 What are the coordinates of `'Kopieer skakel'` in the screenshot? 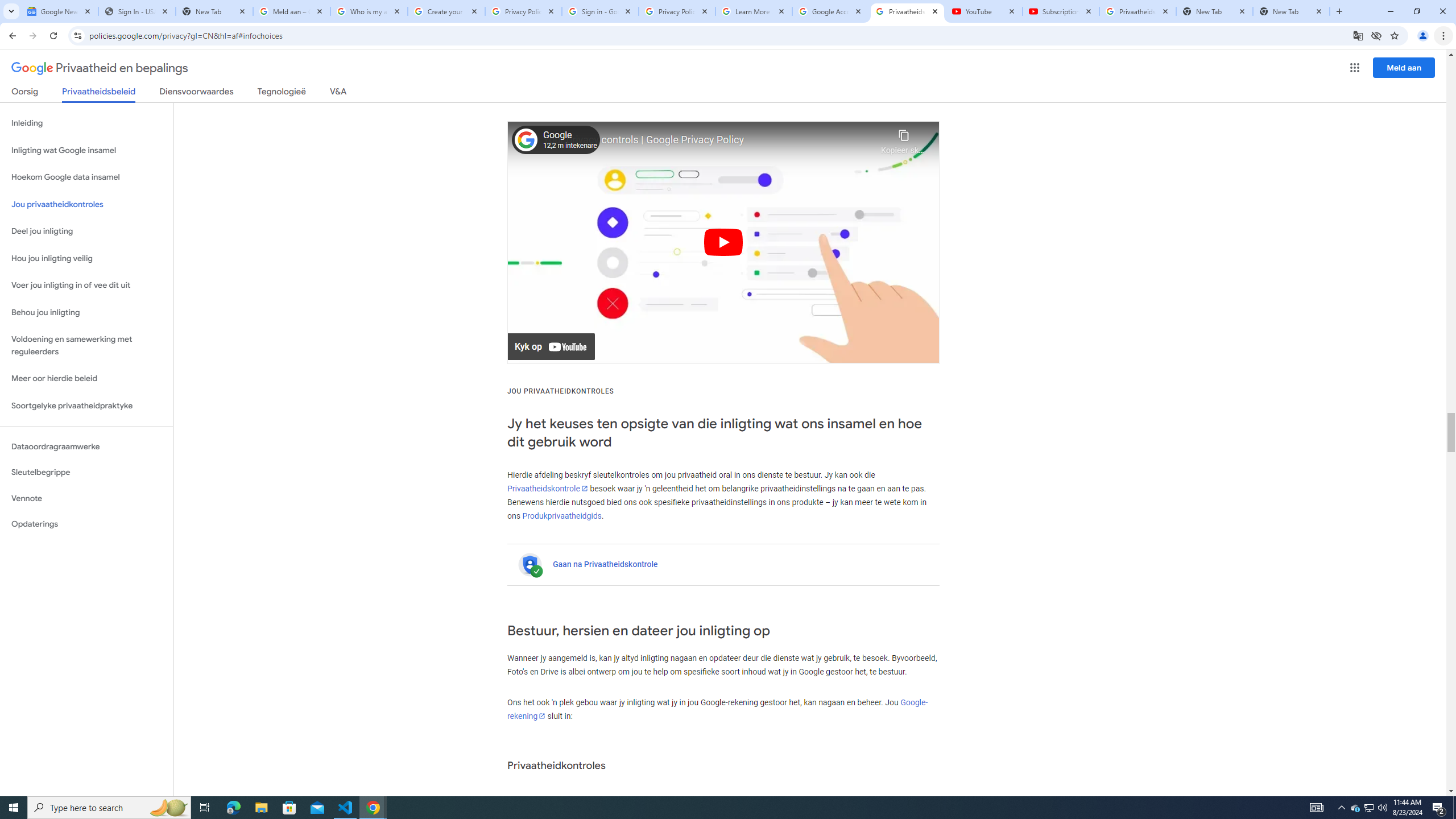 It's located at (903, 139).